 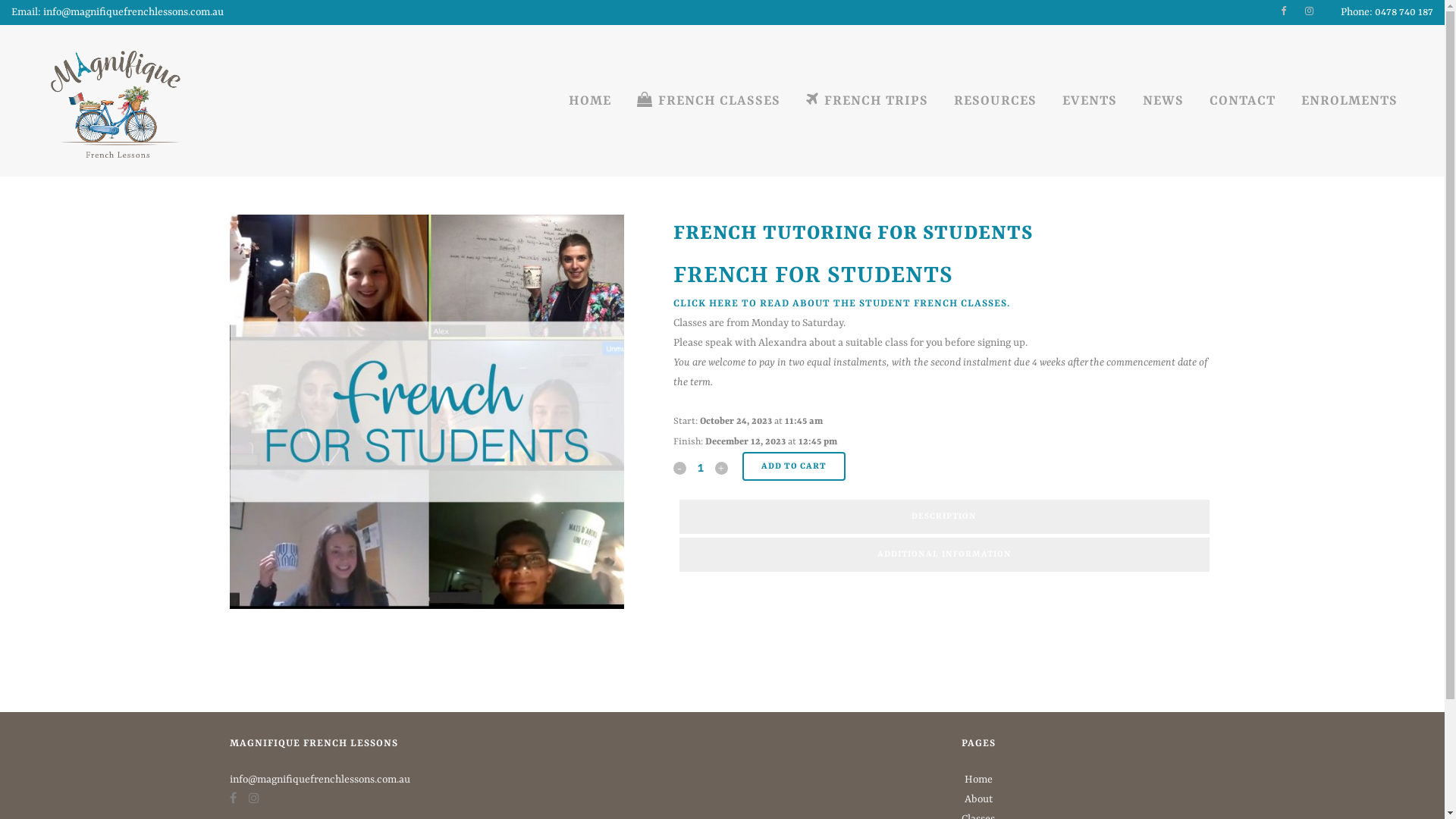 I want to click on '0478 740 187', so click(x=1403, y=11).